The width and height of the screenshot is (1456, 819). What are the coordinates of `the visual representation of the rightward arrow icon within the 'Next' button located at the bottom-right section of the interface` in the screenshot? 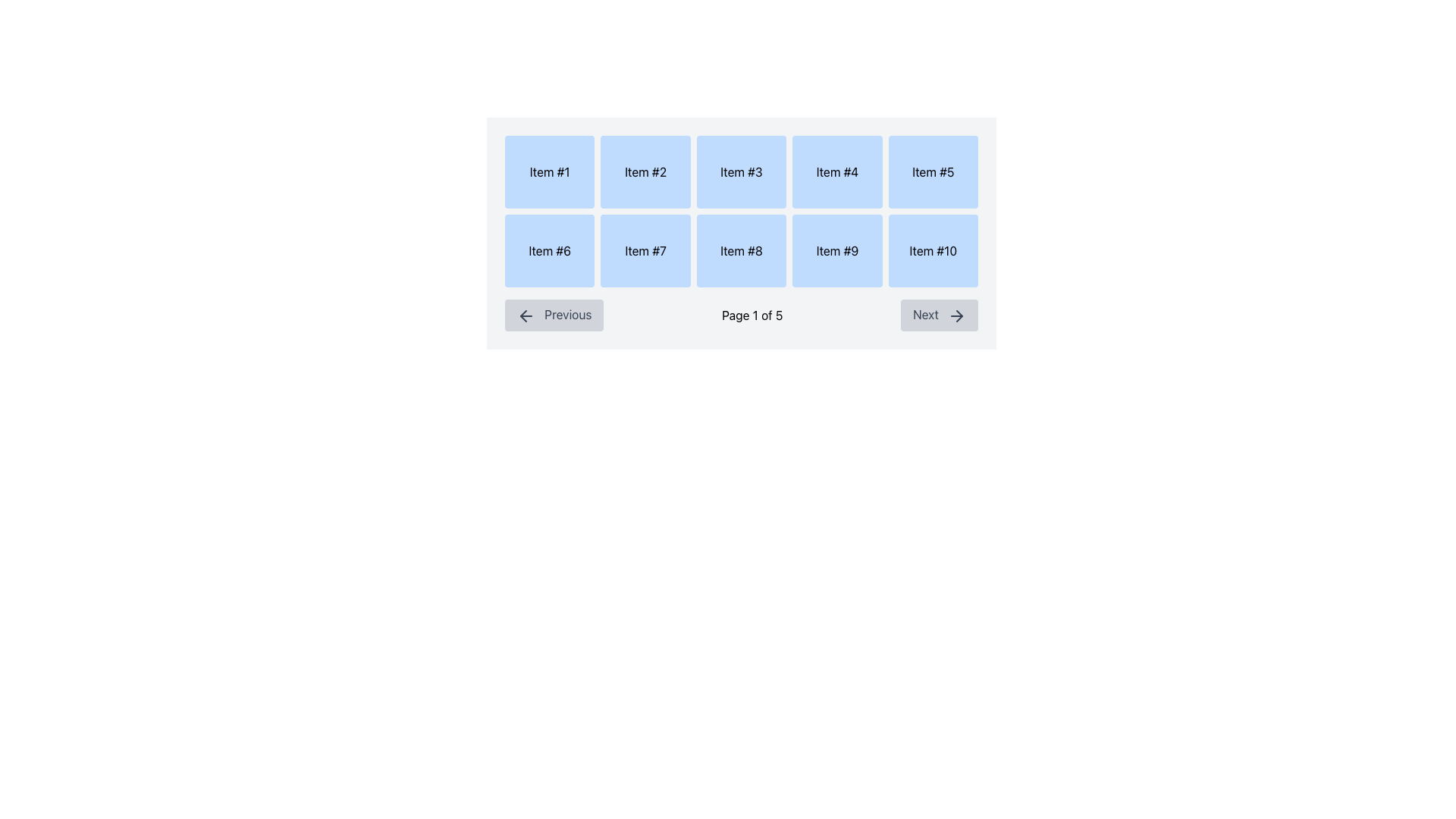 It's located at (956, 315).